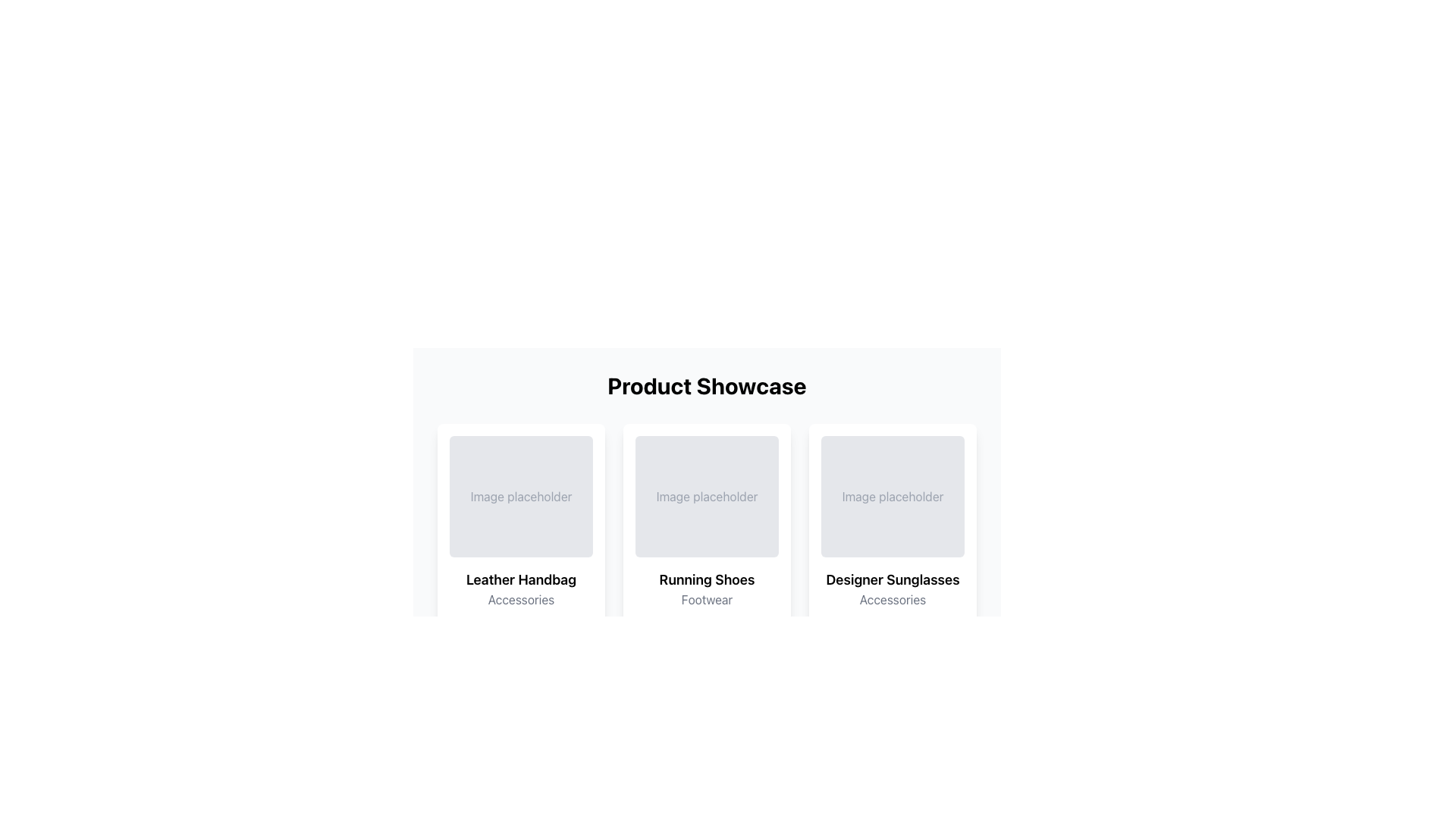 The height and width of the screenshot is (819, 1456). What do you see at coordinates (706, 579) in the screenshot?
I see `the text label that serves as the title for the product in the middle card of the displayed product cards` at bounding box center [706, 579].